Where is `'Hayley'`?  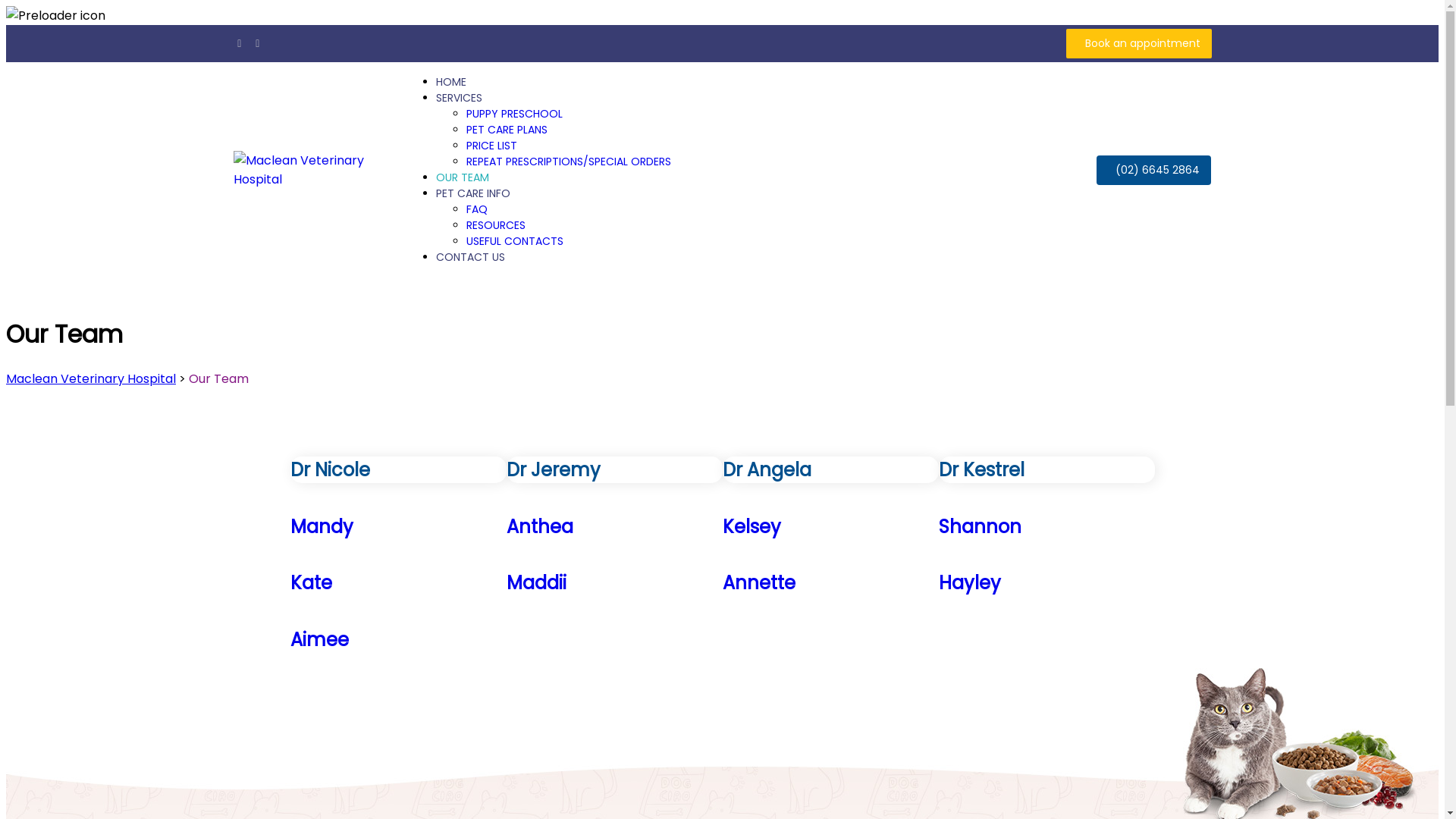 'Hayley' is located at coordinates (938, 582).